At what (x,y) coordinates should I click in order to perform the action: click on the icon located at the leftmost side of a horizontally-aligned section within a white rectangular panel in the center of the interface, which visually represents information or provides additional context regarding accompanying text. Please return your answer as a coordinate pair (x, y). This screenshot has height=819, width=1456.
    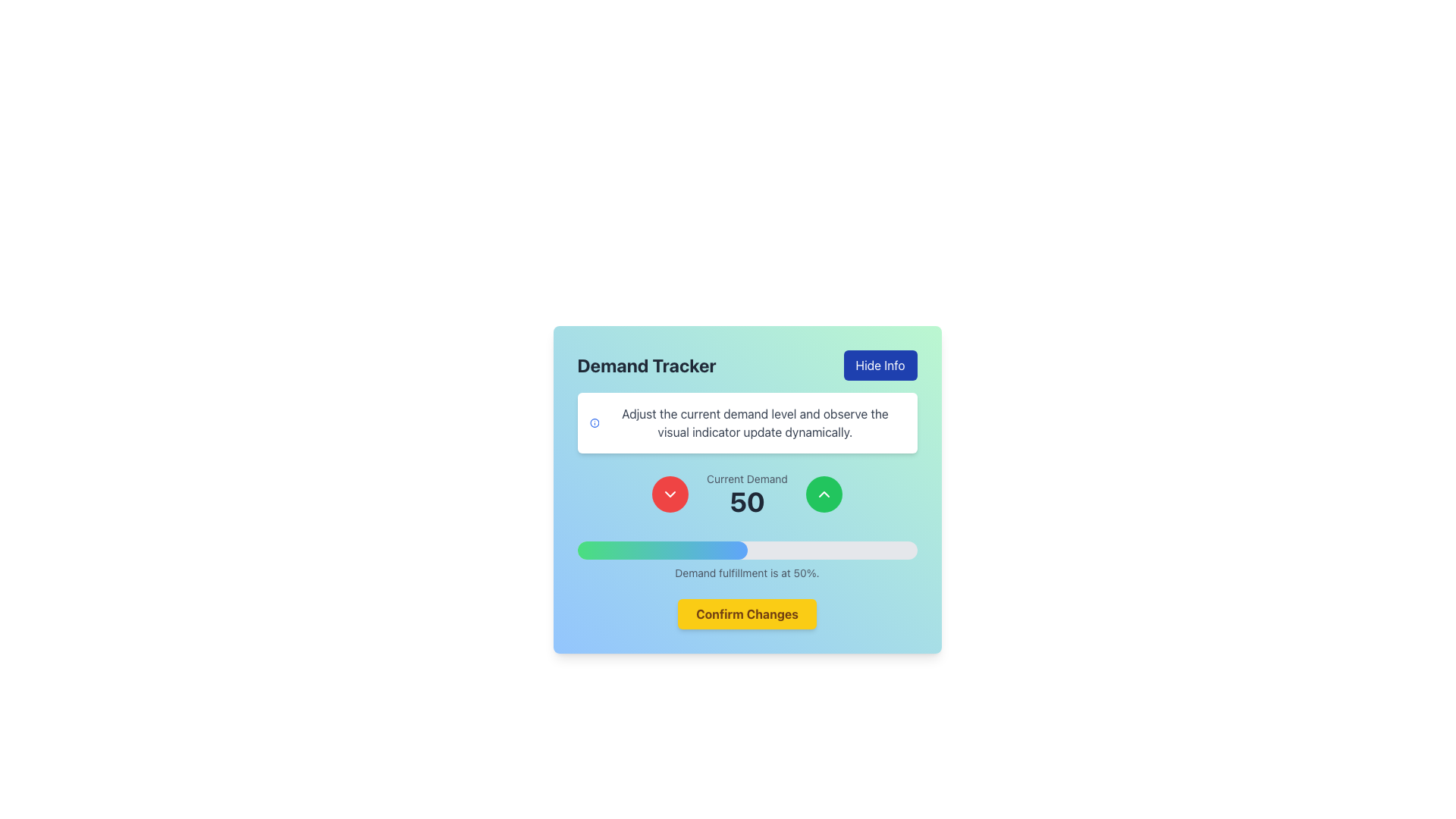
    Looking at the image, I should click on (593, 423).